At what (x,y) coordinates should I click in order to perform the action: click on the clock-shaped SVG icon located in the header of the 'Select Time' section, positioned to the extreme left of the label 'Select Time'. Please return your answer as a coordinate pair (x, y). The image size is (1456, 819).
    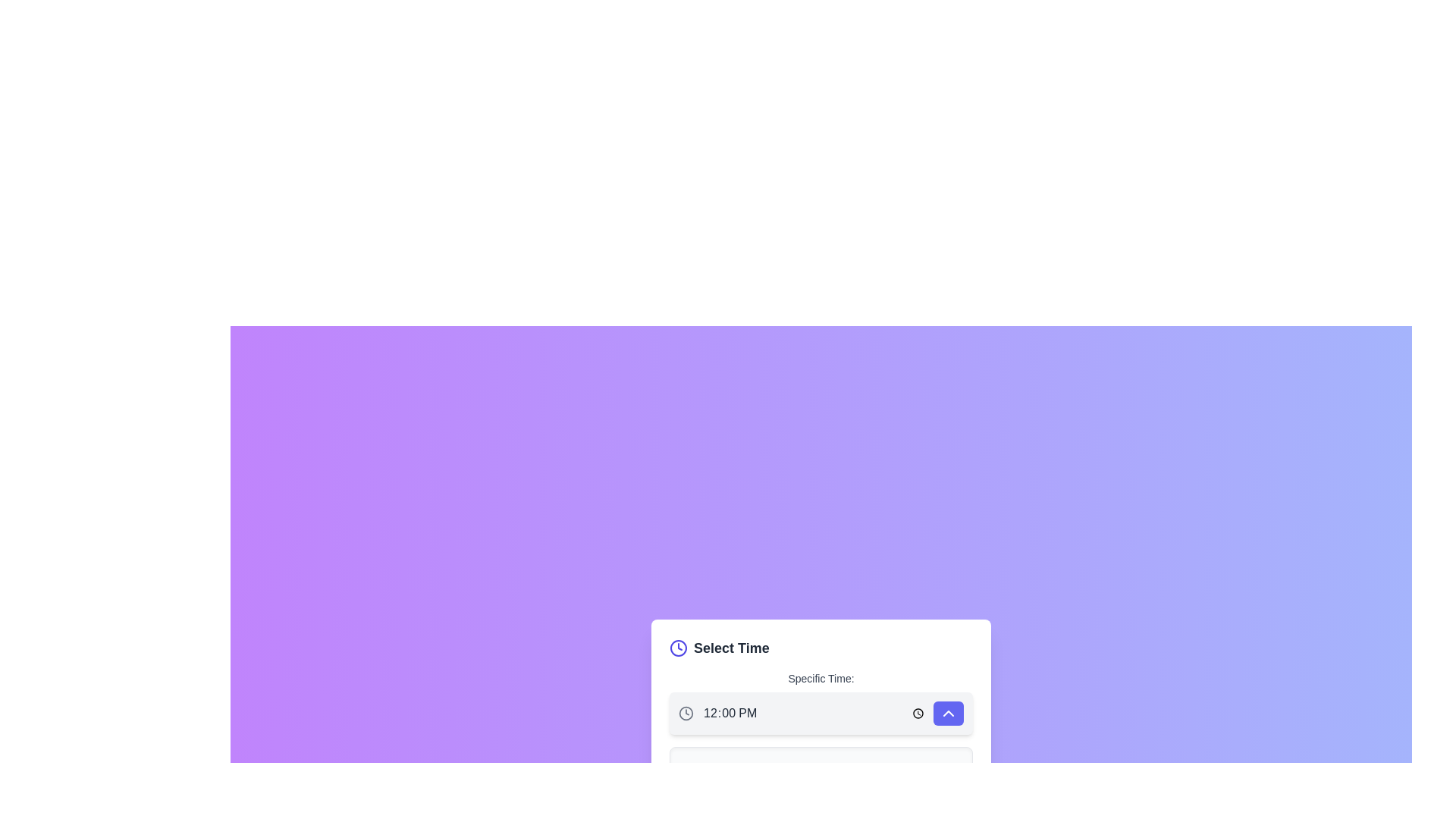
    Looking at the image, I should click on (677, 648).